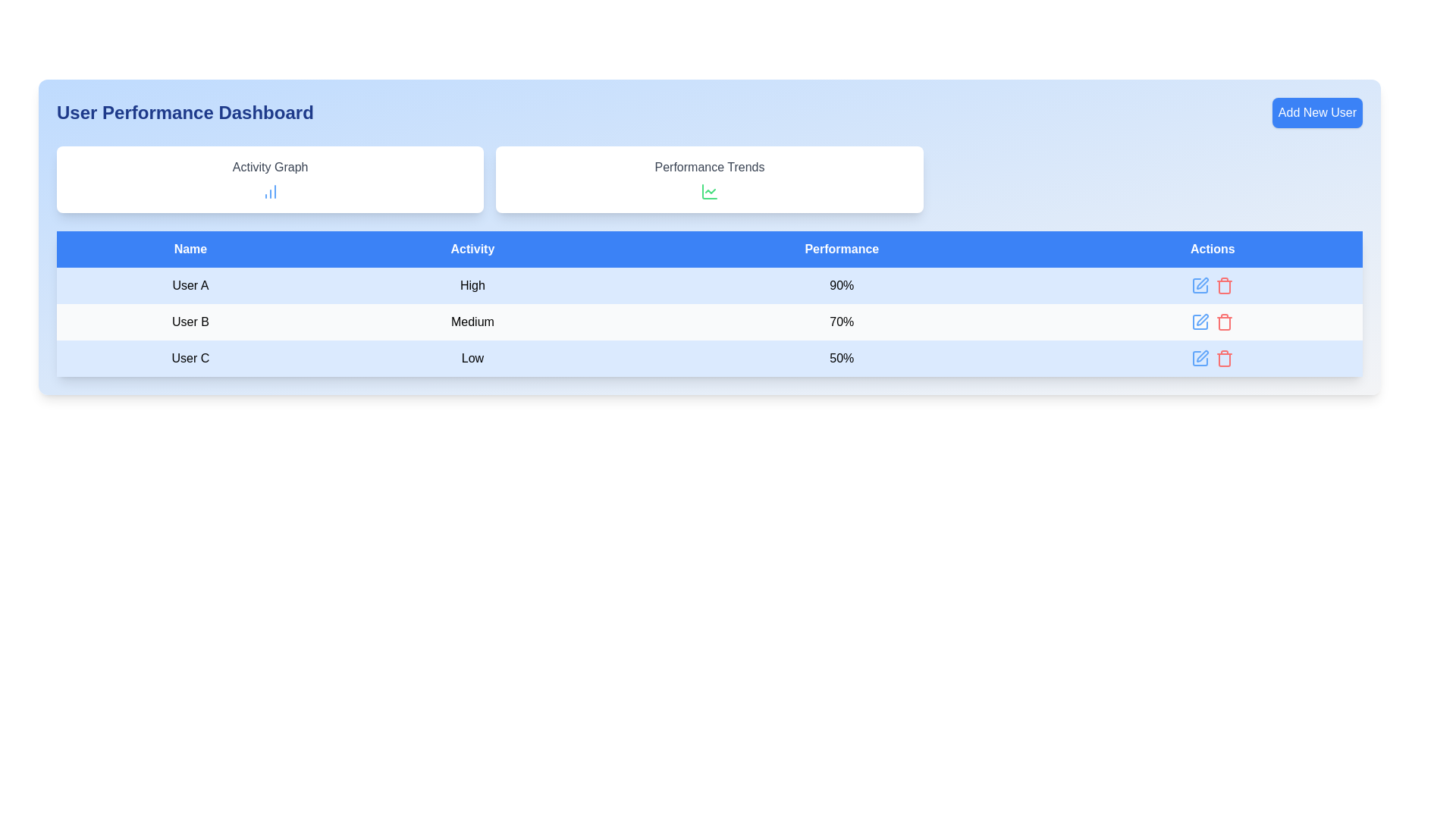 The width and height of the screenshot is (1456, 819). What do you see at coordinates (1200, 286) in the screenshot?
I see `the blue outlined pen icon in the Actions column for User A` at bounding box center [1200, 286].